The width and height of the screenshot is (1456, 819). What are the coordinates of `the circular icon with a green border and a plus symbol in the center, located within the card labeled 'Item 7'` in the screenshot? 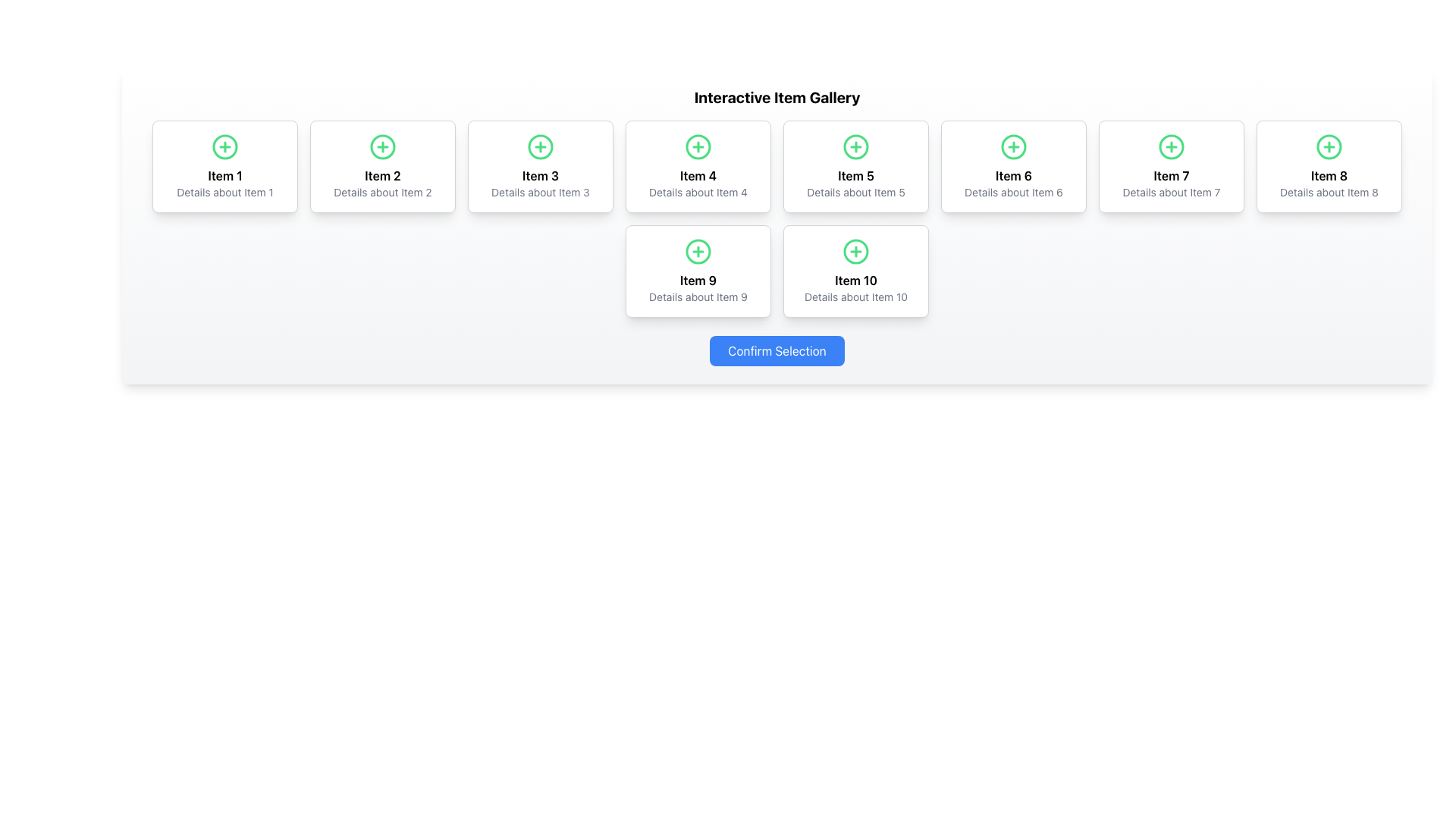 It's located at (1171, 146).